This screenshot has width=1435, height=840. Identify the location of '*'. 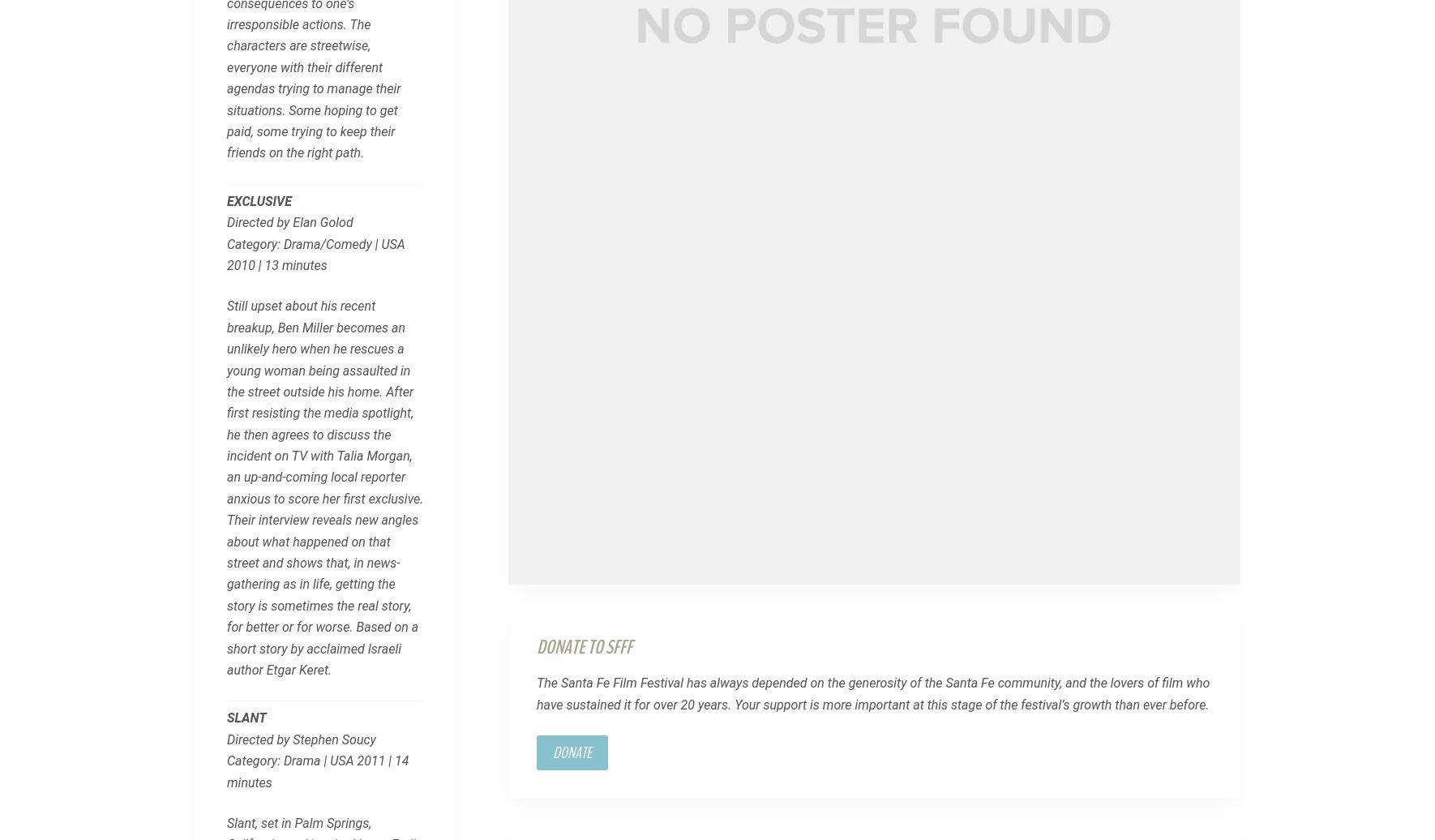
(317, 28).